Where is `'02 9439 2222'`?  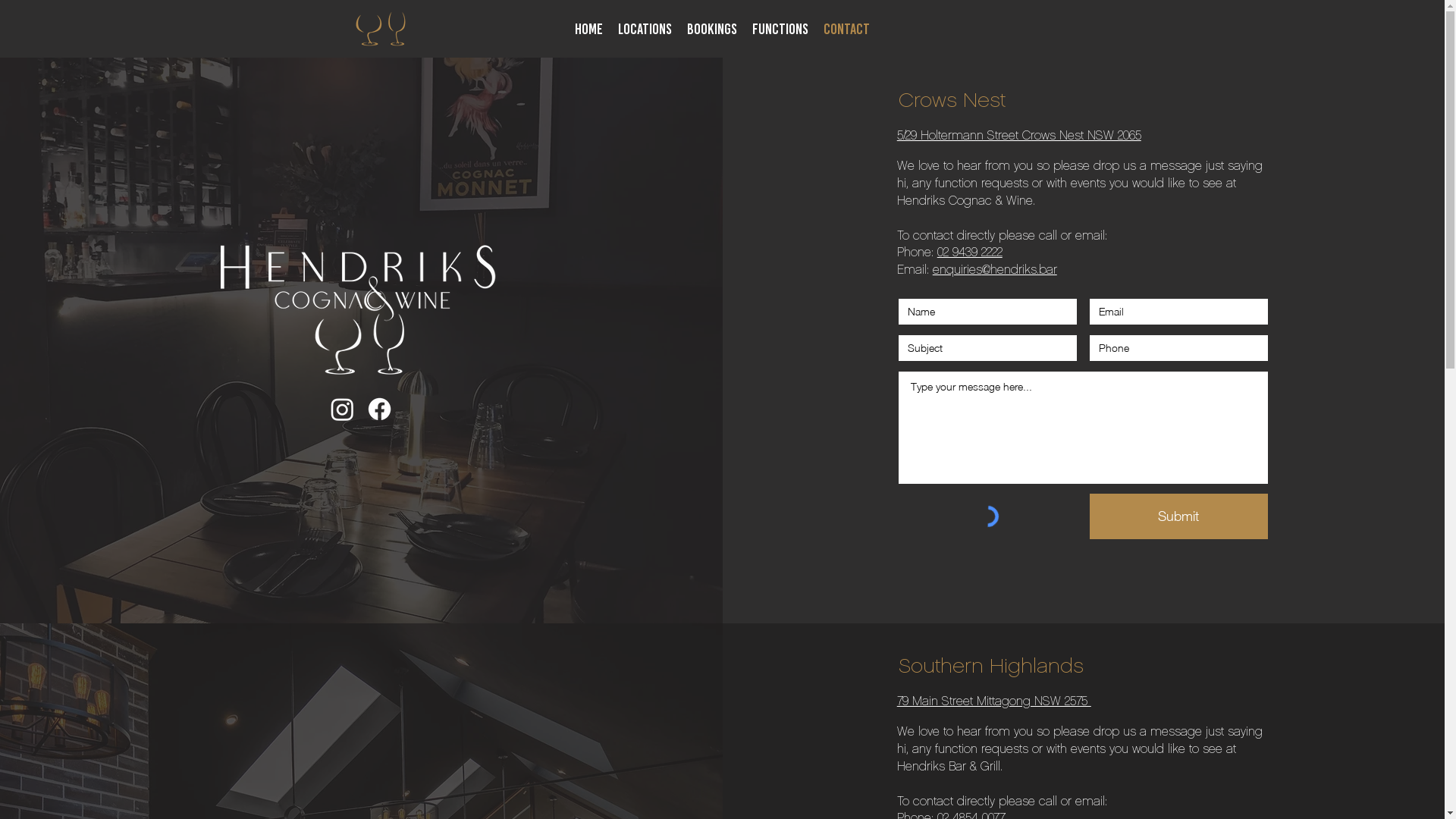 '02 9439 2222' is located at coordinates (968, 252).